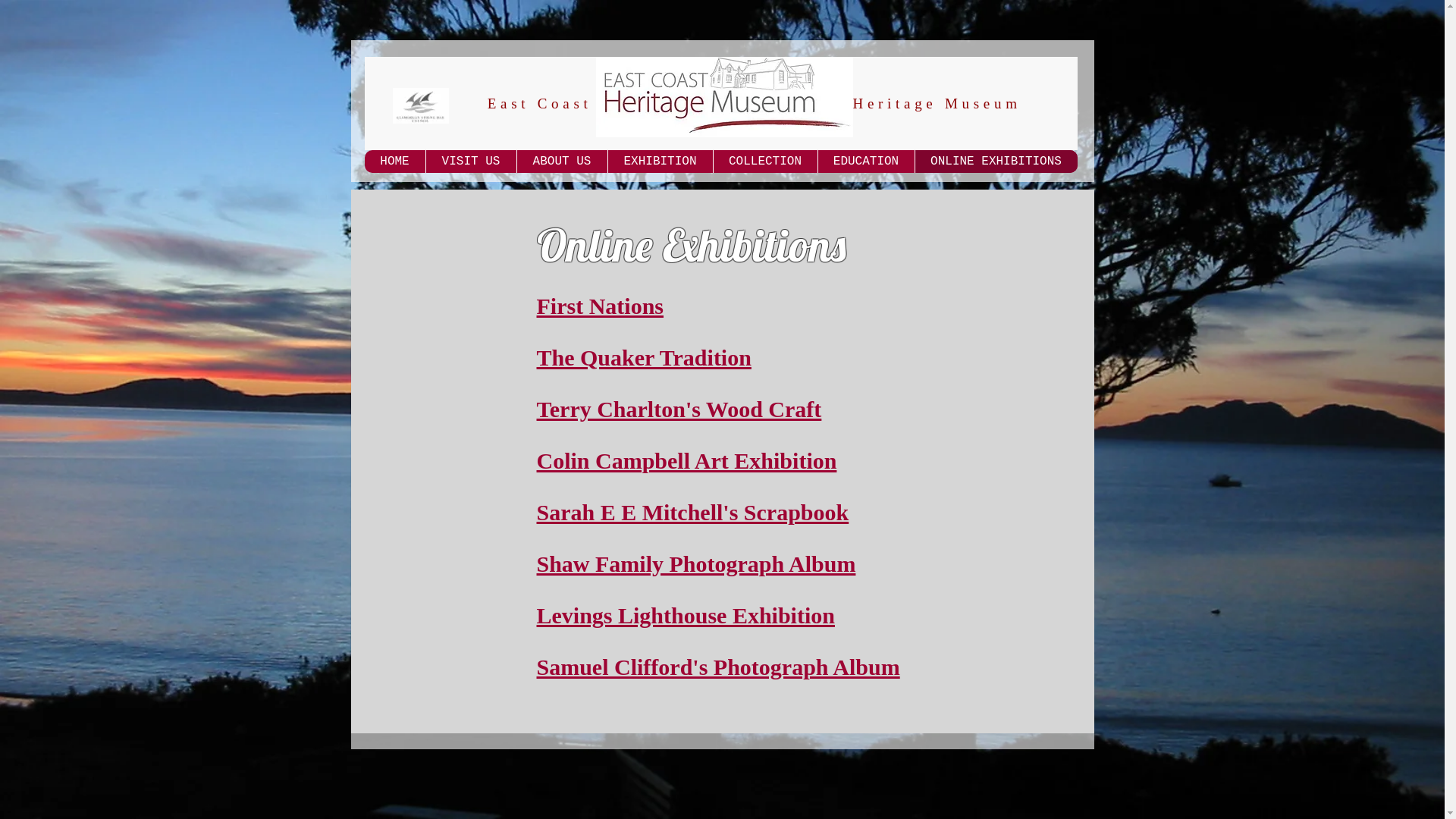 Image resolution: width=1456 pixels, height=819 pixels. I want to click on 'The Quaker Tradition', so click(644, 370).